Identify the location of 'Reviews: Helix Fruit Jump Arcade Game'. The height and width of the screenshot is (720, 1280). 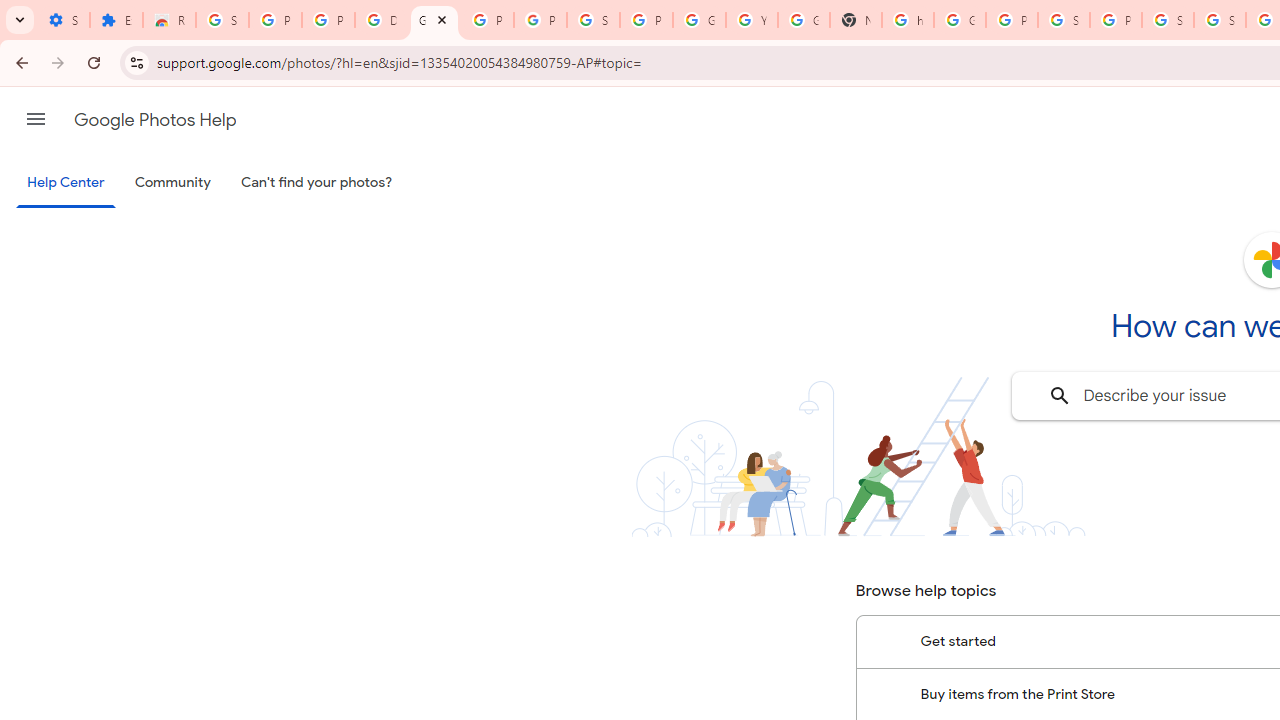
(169, 20).